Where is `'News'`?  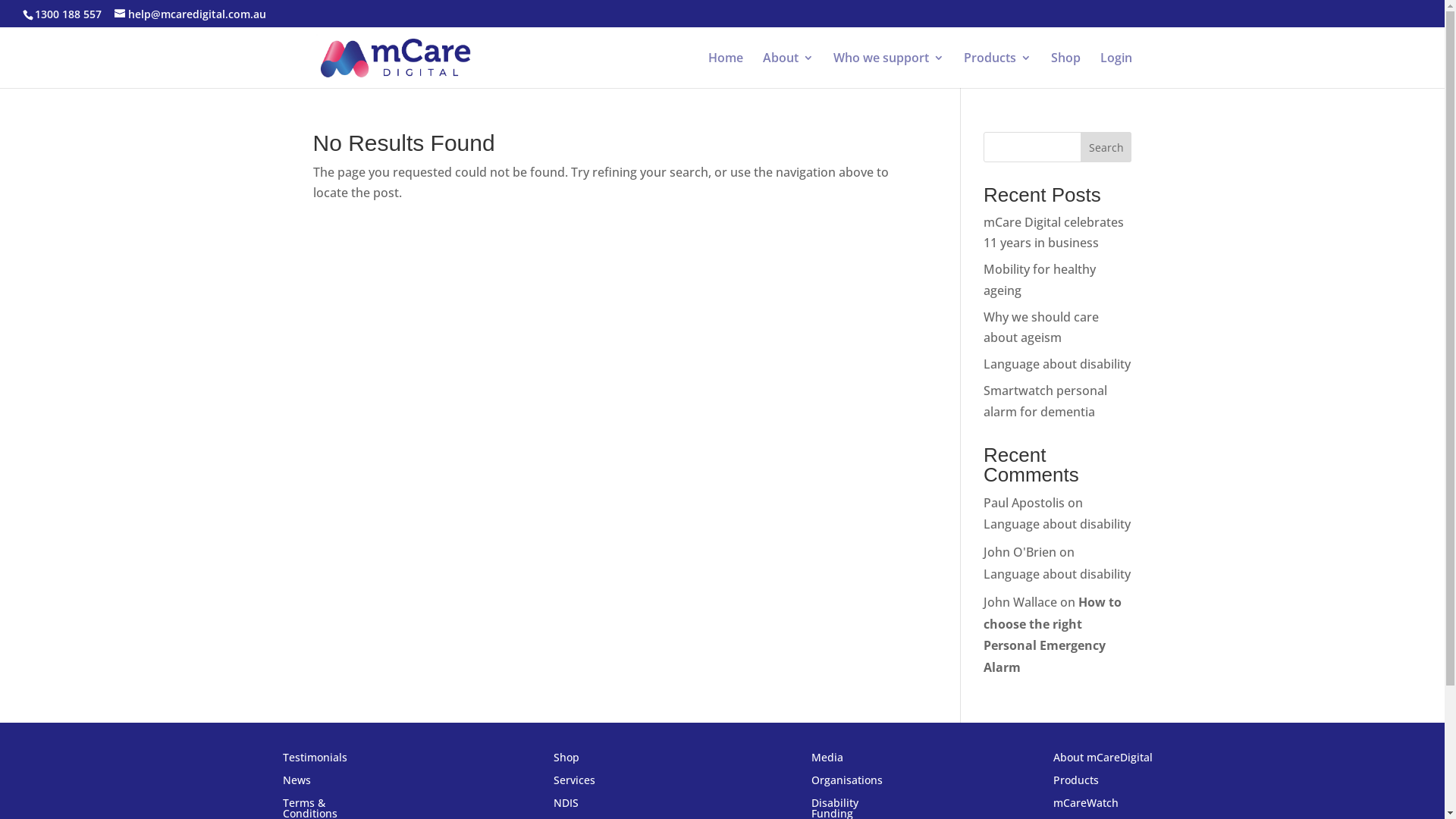 'News' is located at coordinates (297, 783).